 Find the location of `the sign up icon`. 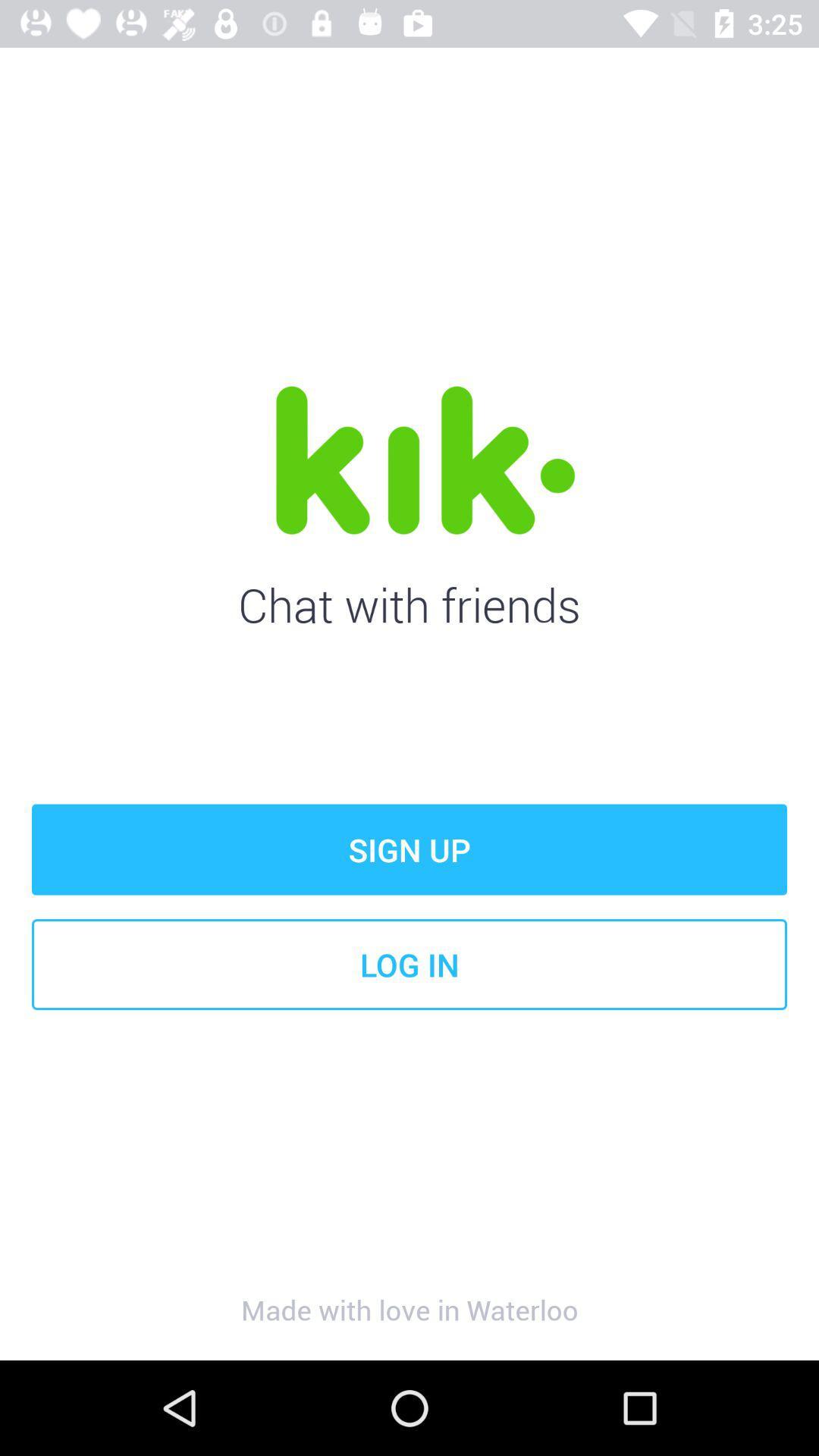

the sign up icon is located at coordinates (409, 849).